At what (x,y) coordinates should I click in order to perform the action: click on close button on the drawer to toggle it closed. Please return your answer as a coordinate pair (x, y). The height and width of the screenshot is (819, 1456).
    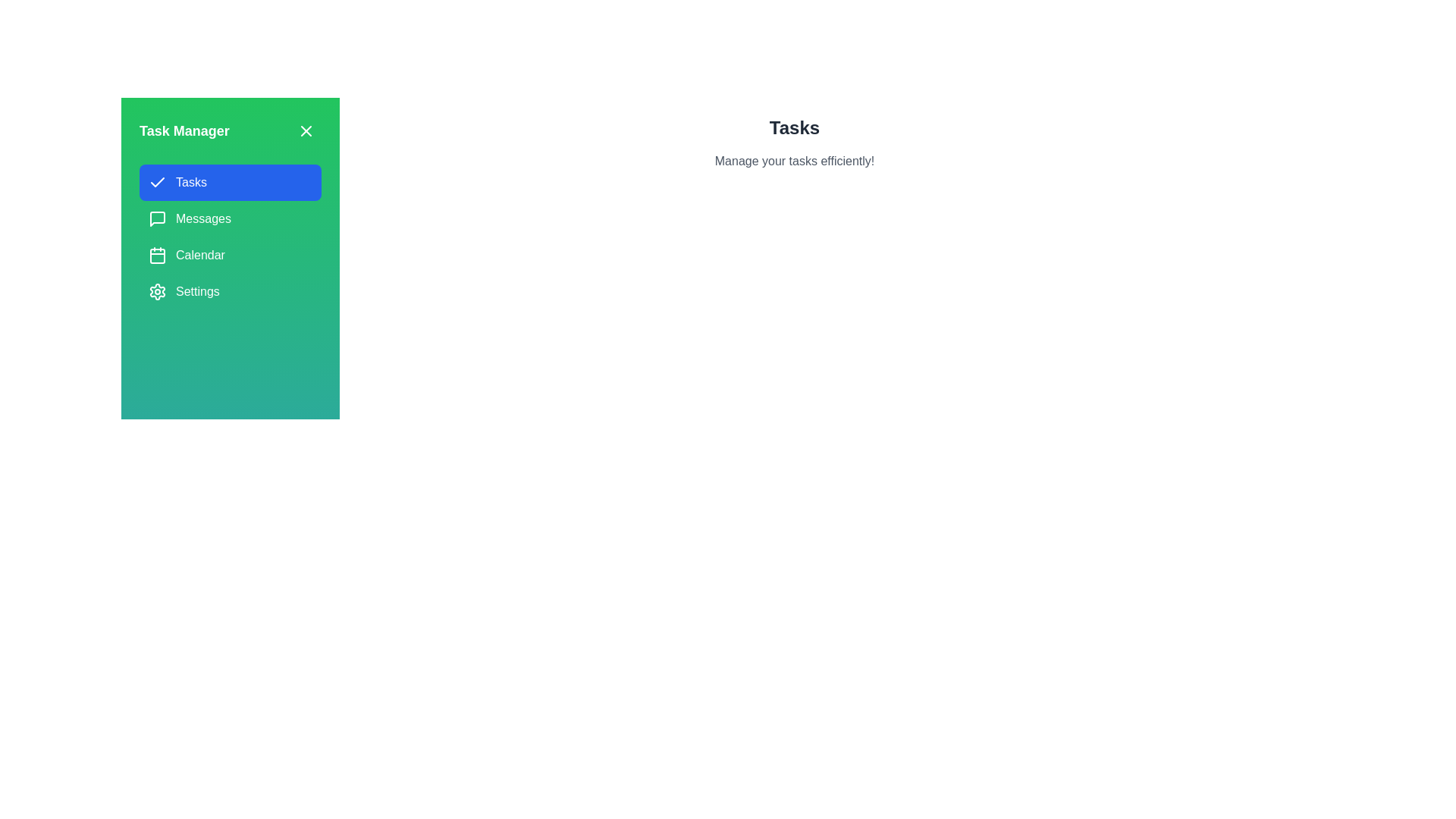
    Looking at the image, I should click on (305, 130).